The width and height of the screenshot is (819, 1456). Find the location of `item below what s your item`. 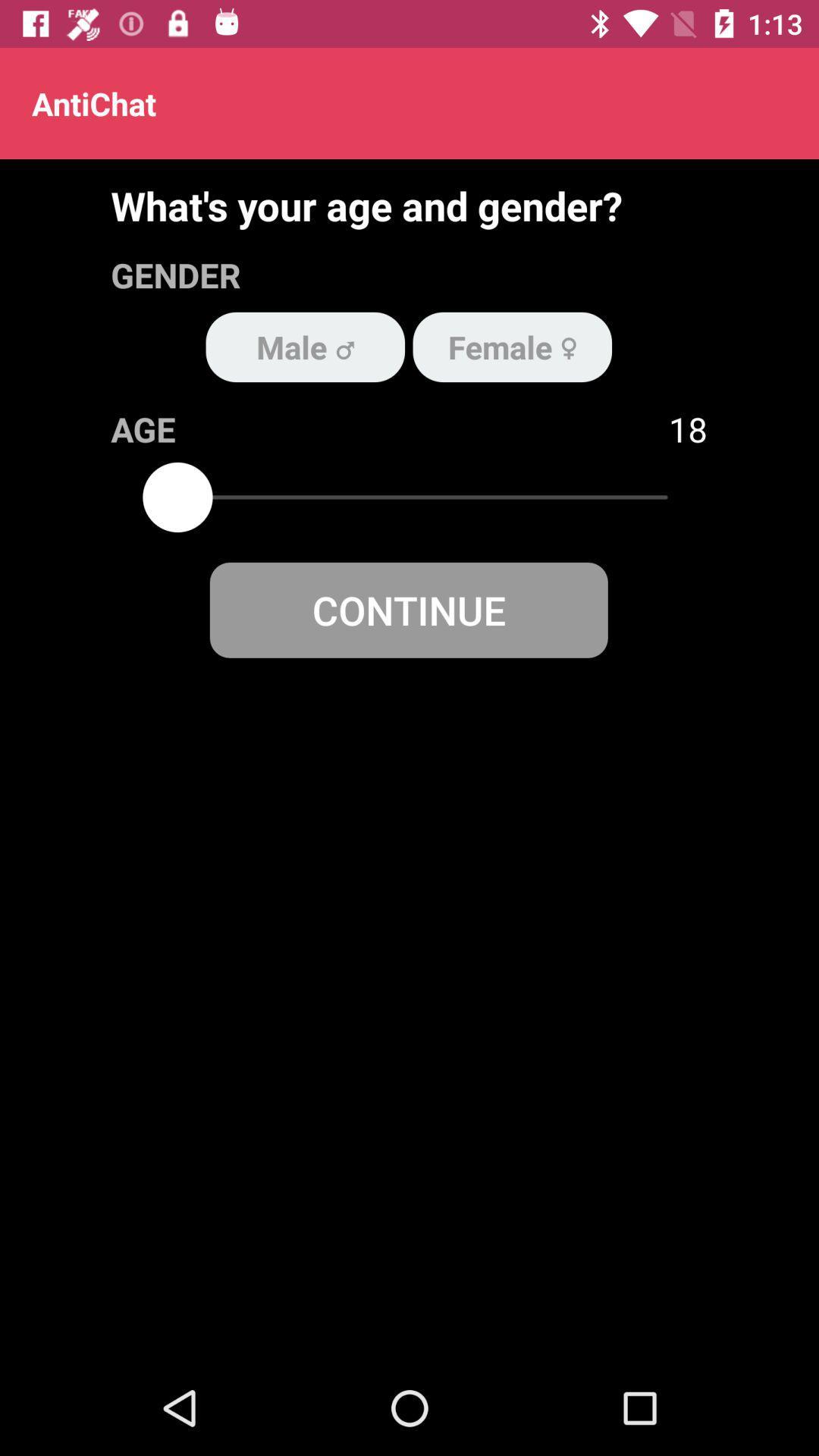

item below what s your item is located at coordinates (512, 346).